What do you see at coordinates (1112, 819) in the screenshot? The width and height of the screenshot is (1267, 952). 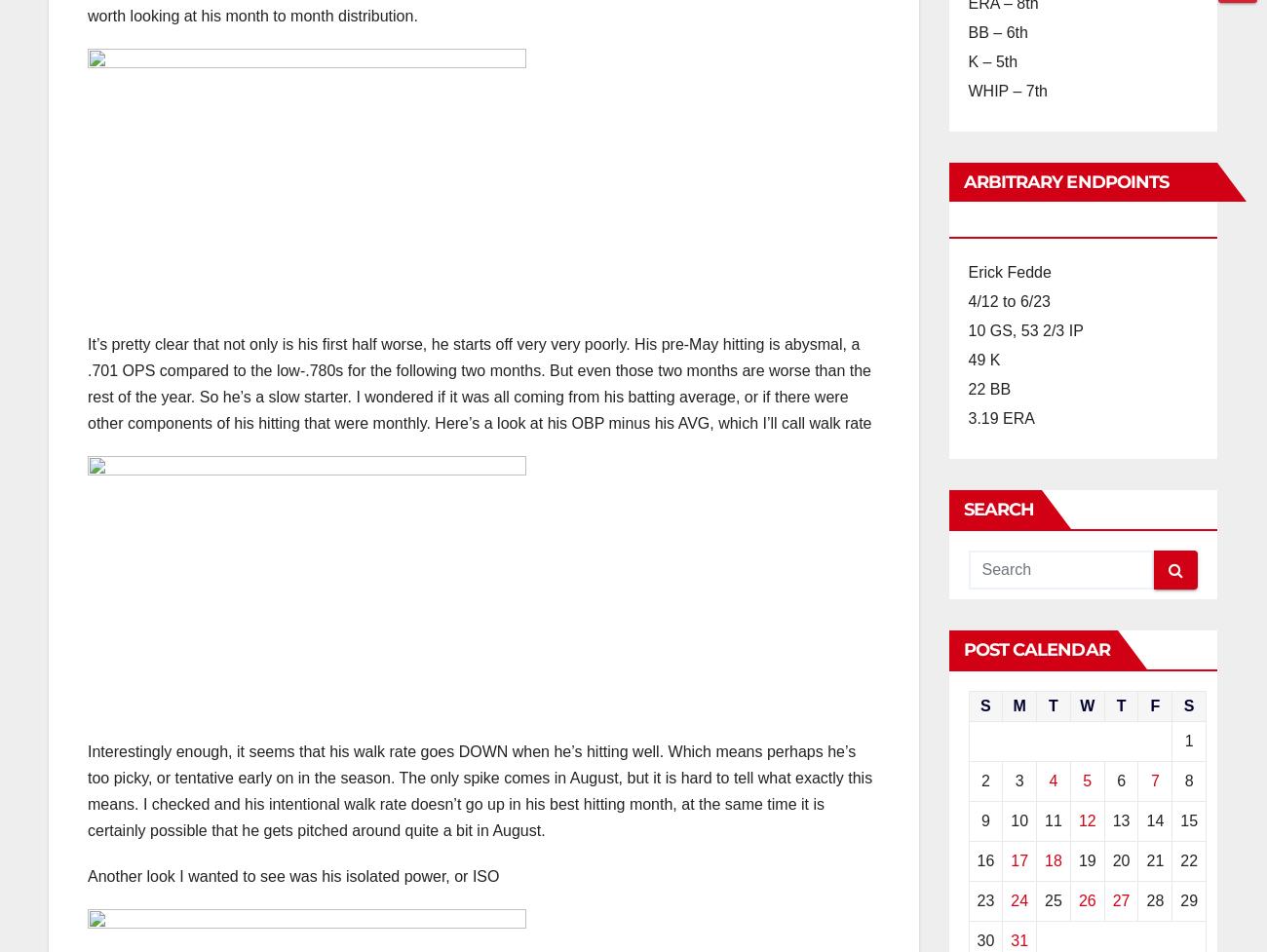 I see `'13'` at bounding box center [1112, 819].